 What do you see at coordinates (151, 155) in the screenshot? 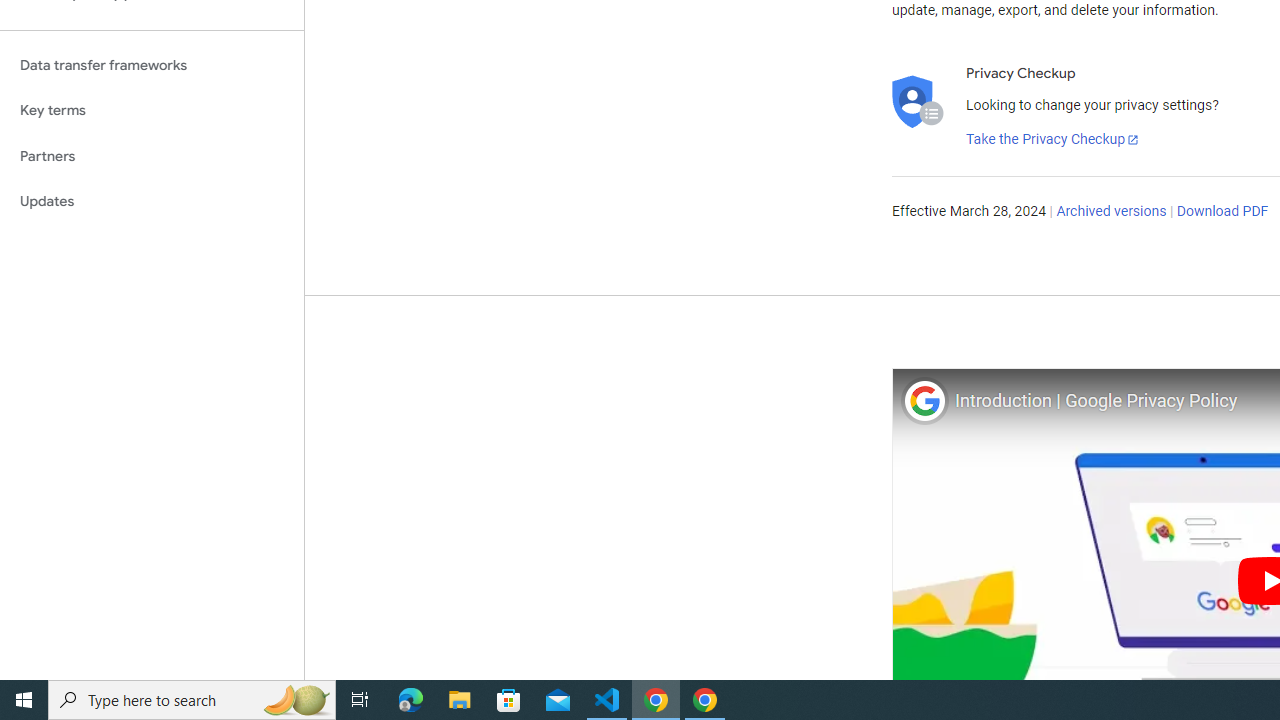
I see `'Partners'` at bounding box center [151, 155].